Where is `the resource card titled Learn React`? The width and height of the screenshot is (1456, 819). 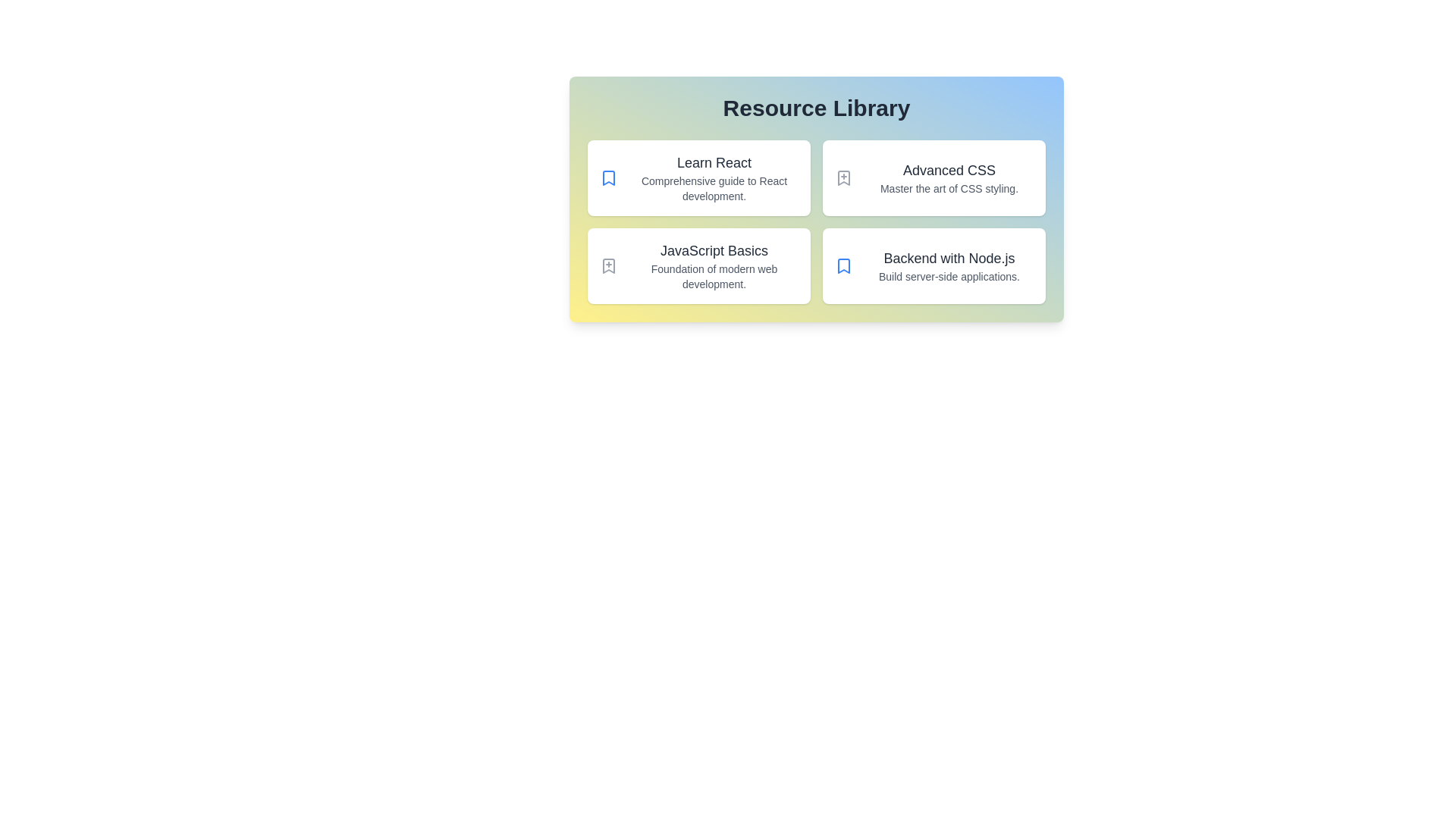 the resource card titled Learn React is located at coordinates (698, 177).